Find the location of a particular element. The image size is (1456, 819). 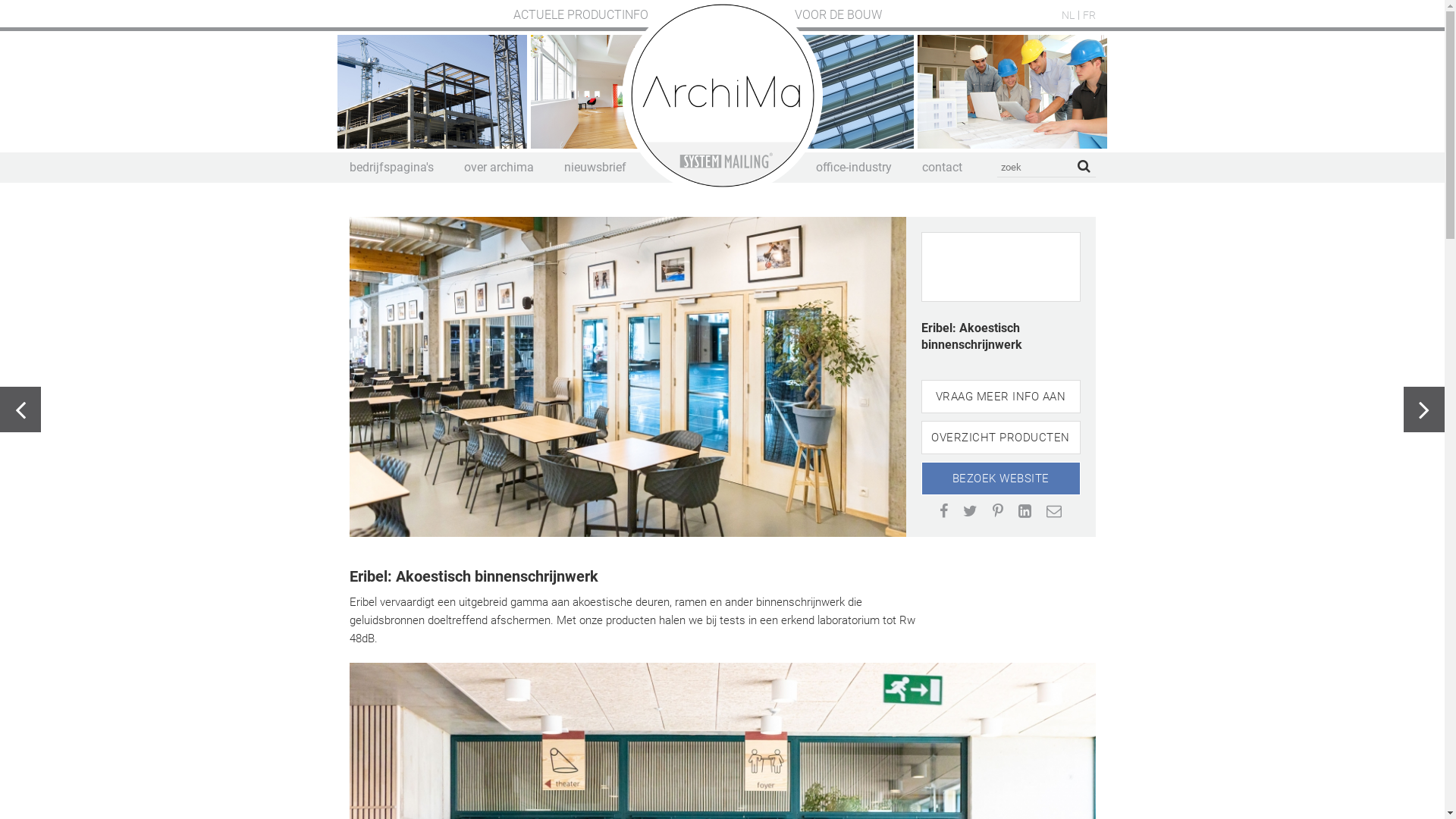

'LinkedIn' is located at coordinates (1025, 511).